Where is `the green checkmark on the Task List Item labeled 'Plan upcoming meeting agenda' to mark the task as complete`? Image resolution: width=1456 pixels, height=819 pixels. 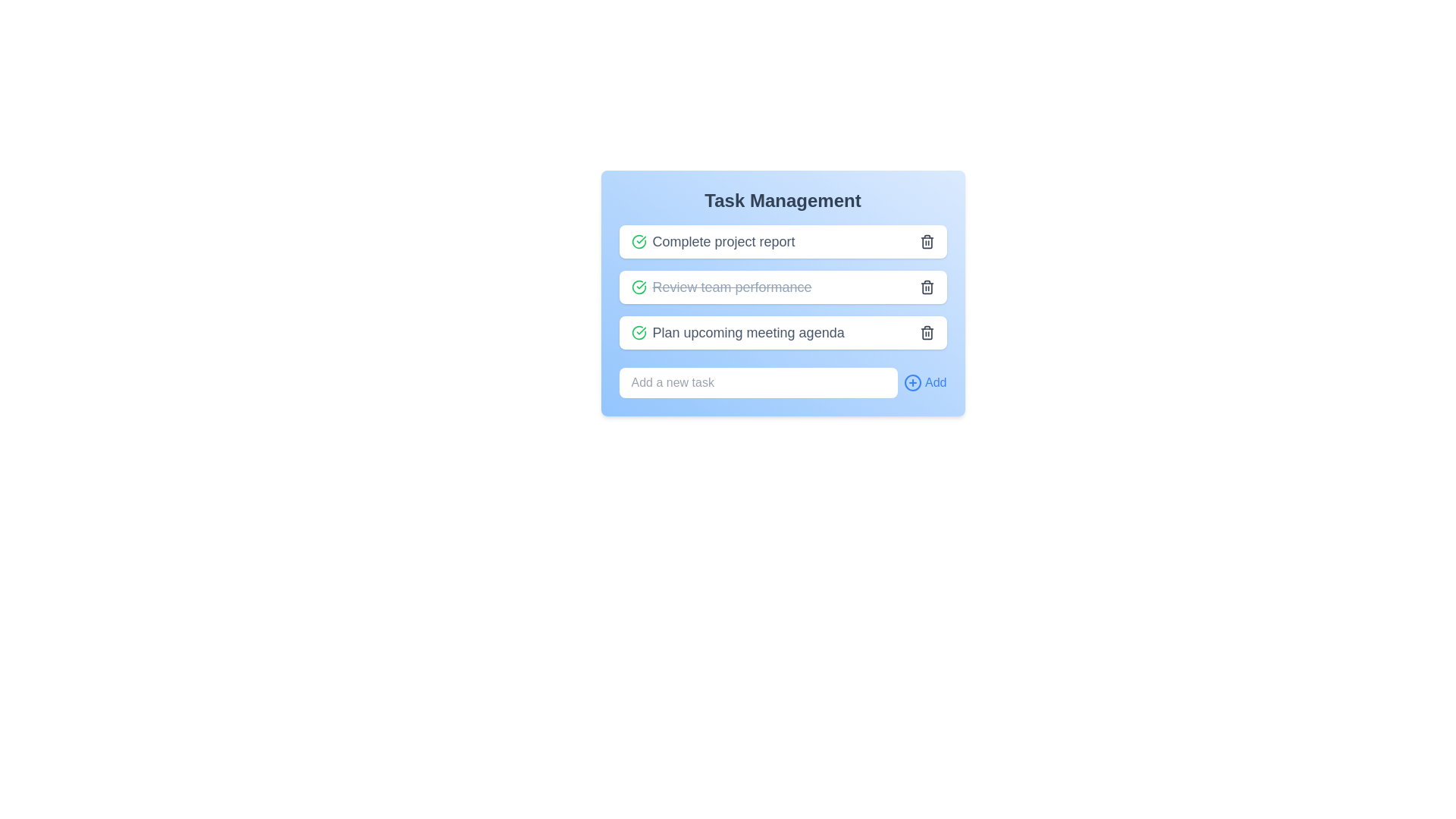
the green checkmark on the Task List Item labeled 'Plan upcoming meeting agenda' to mark the task as complete is located at coordinates (783, 332).